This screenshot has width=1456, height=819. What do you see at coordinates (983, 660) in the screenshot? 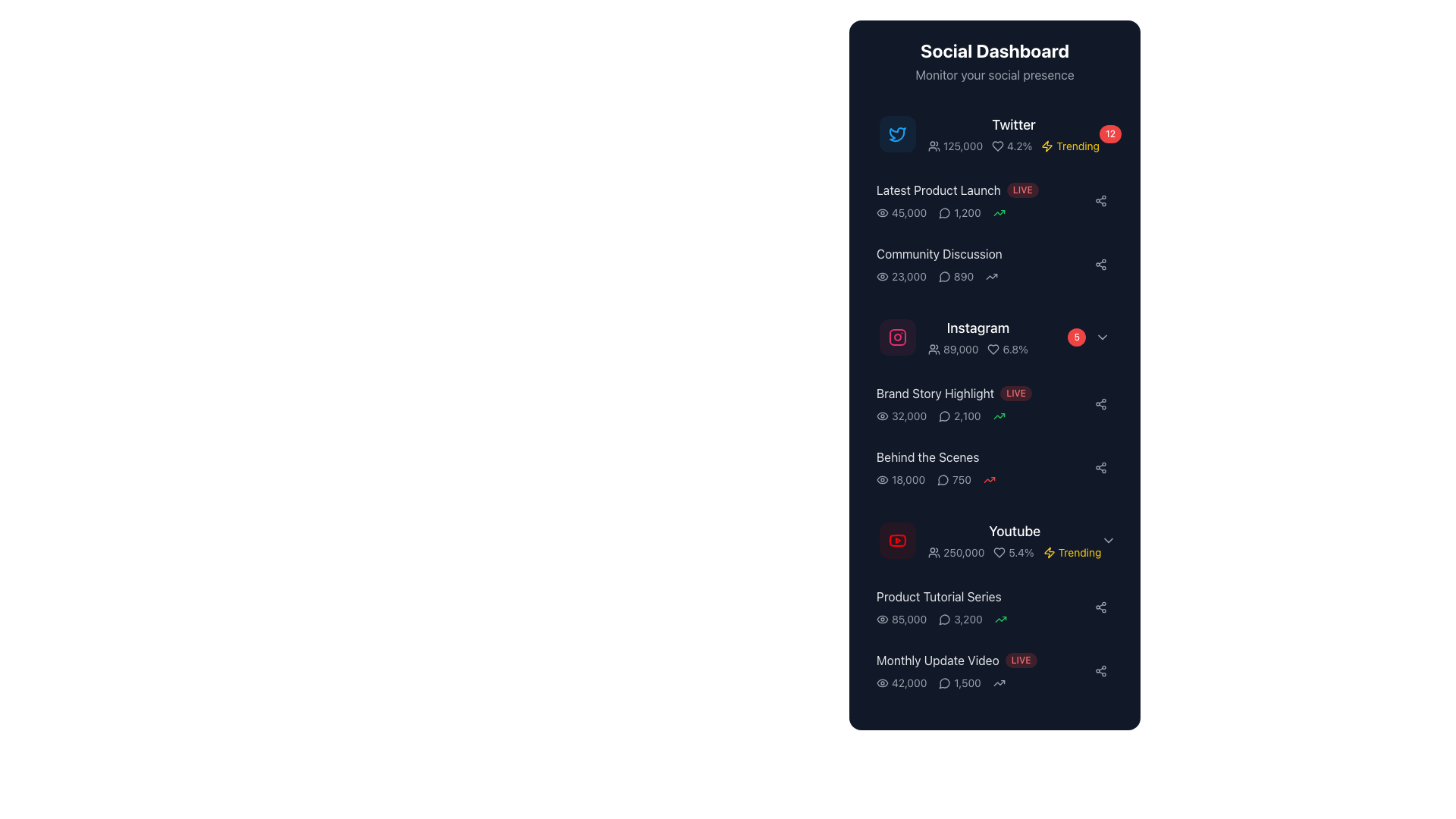
I see `the 'Monthly Update Video' text label with the 'LIVE' badge, which is the last entry in the list on the social dashboard interface` at bounding box center [983, 660].